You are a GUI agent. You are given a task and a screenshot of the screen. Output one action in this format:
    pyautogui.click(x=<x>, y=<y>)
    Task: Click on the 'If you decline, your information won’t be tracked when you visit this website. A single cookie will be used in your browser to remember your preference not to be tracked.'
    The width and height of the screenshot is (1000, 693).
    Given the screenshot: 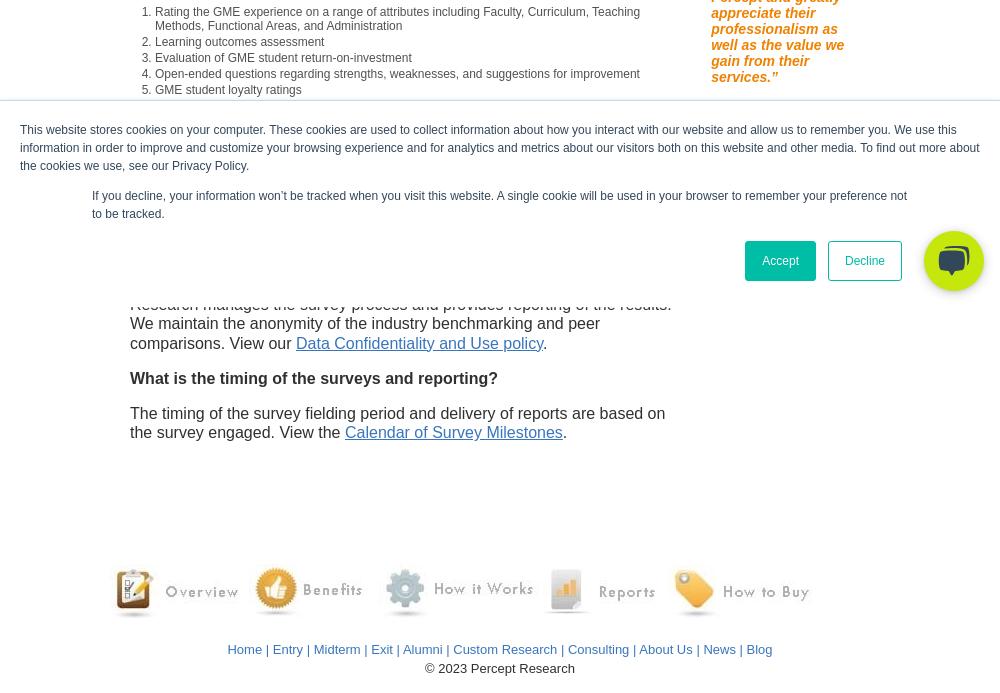 What is the action you would take?
    pyautogui.click(x=91, y=204)
    